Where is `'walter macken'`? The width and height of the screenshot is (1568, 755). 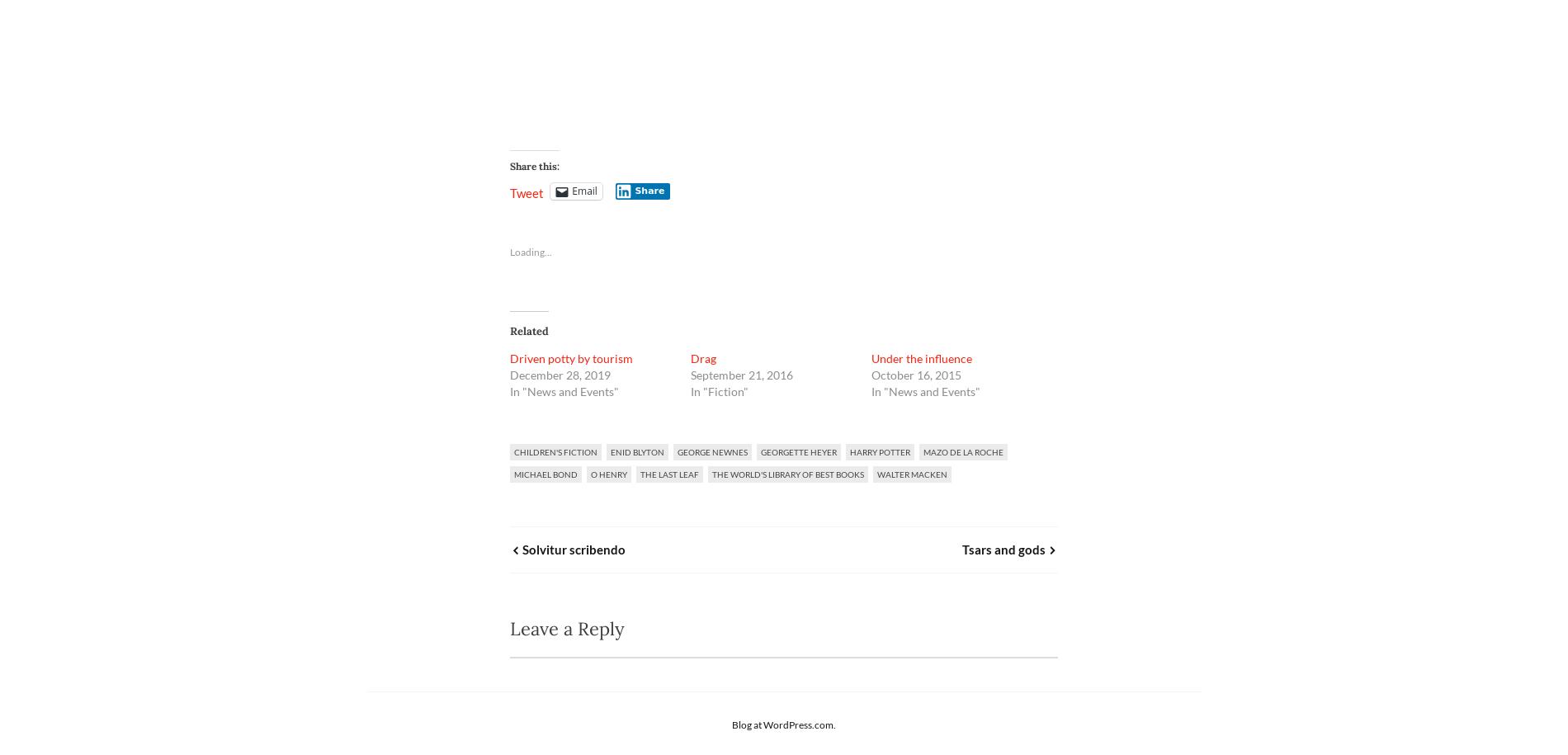 'walter macken' is located at coordinates (912, 473).